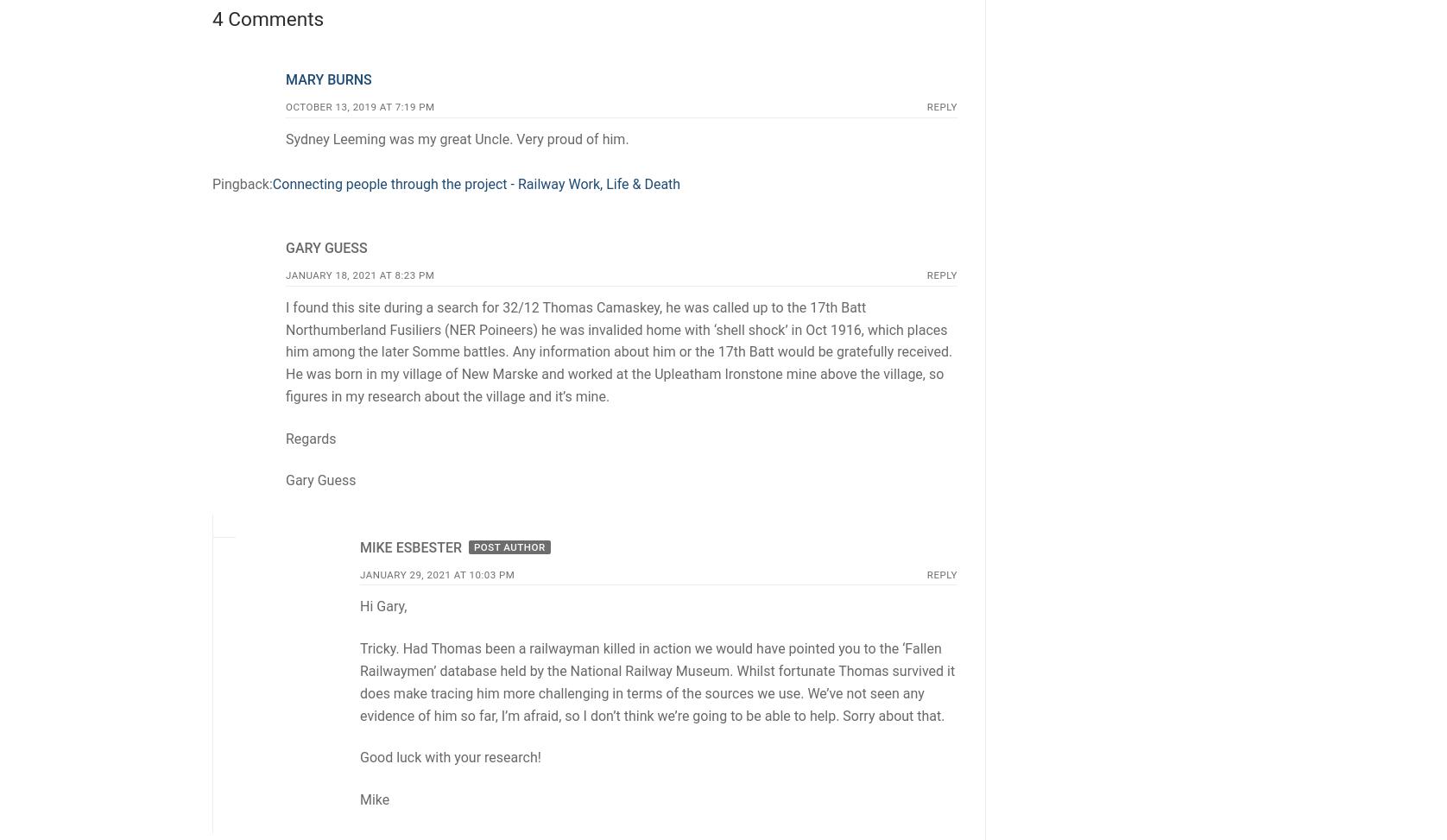  Describe the element at coordinates (358, 757) in the screenshot. I see `'Good luck with your research!'` at that location.